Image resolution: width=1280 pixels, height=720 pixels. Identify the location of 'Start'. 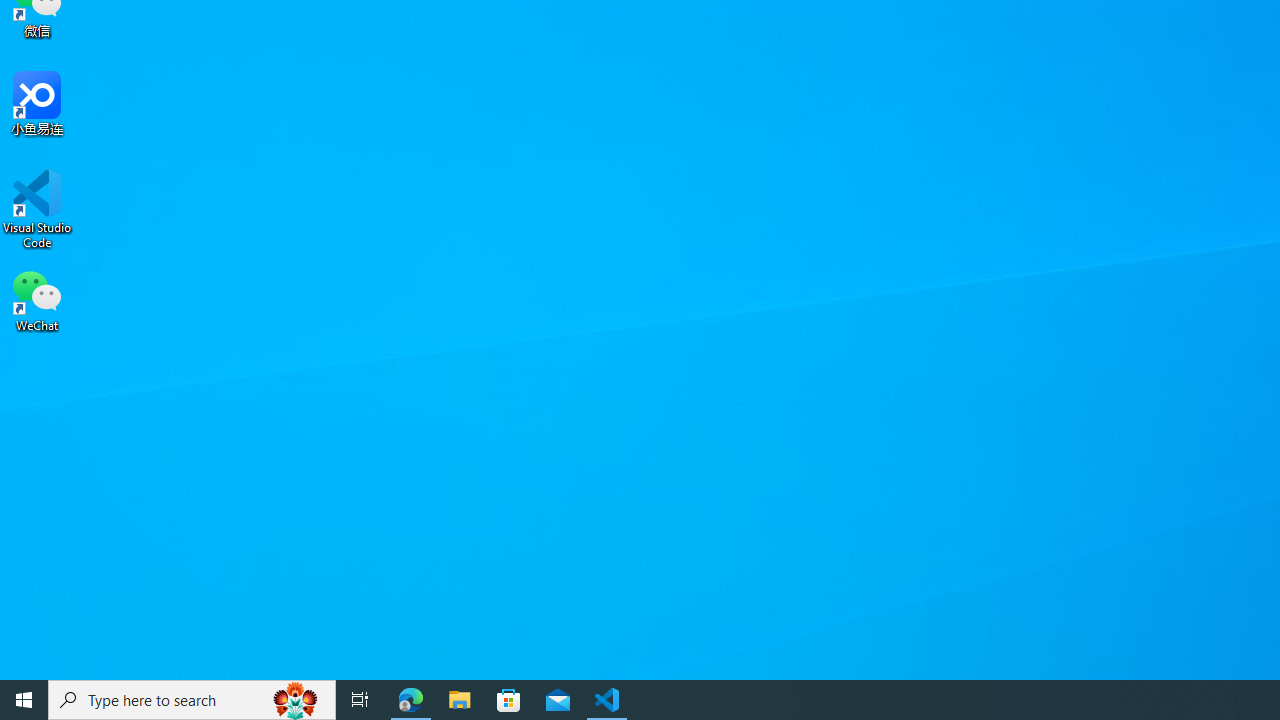
(24, 698).